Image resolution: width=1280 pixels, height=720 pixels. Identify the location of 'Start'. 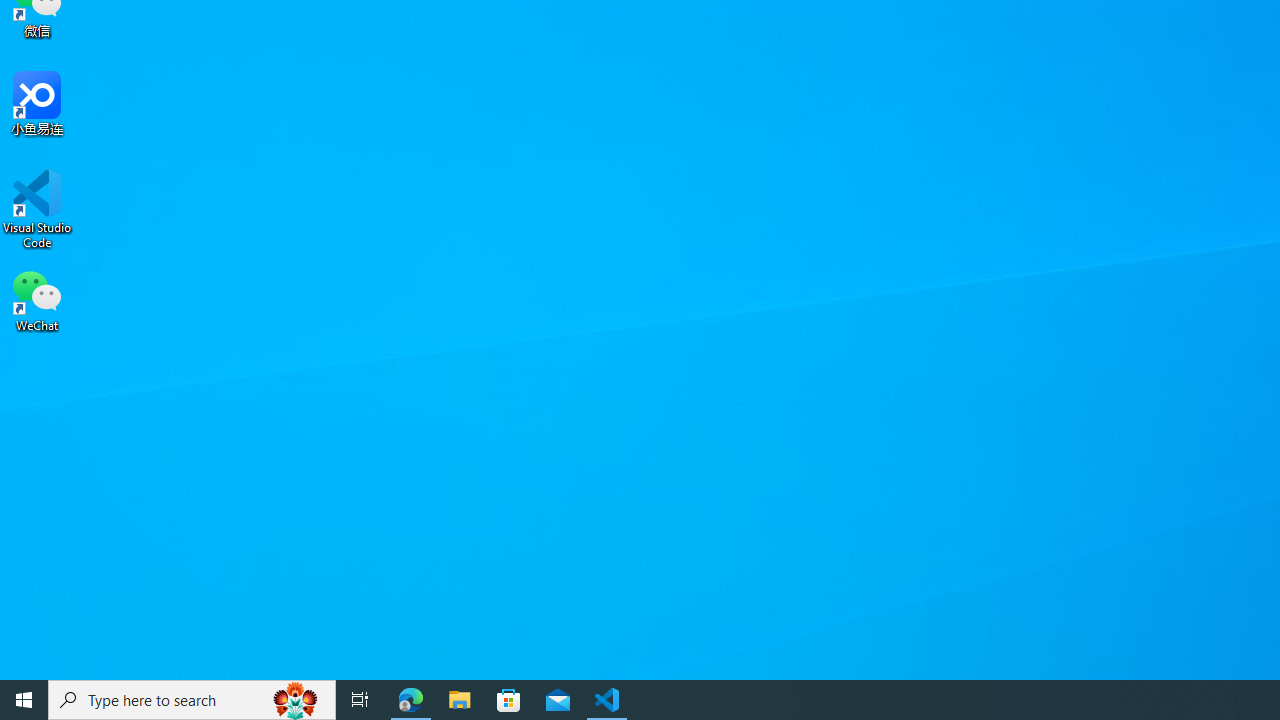
(24, 698).